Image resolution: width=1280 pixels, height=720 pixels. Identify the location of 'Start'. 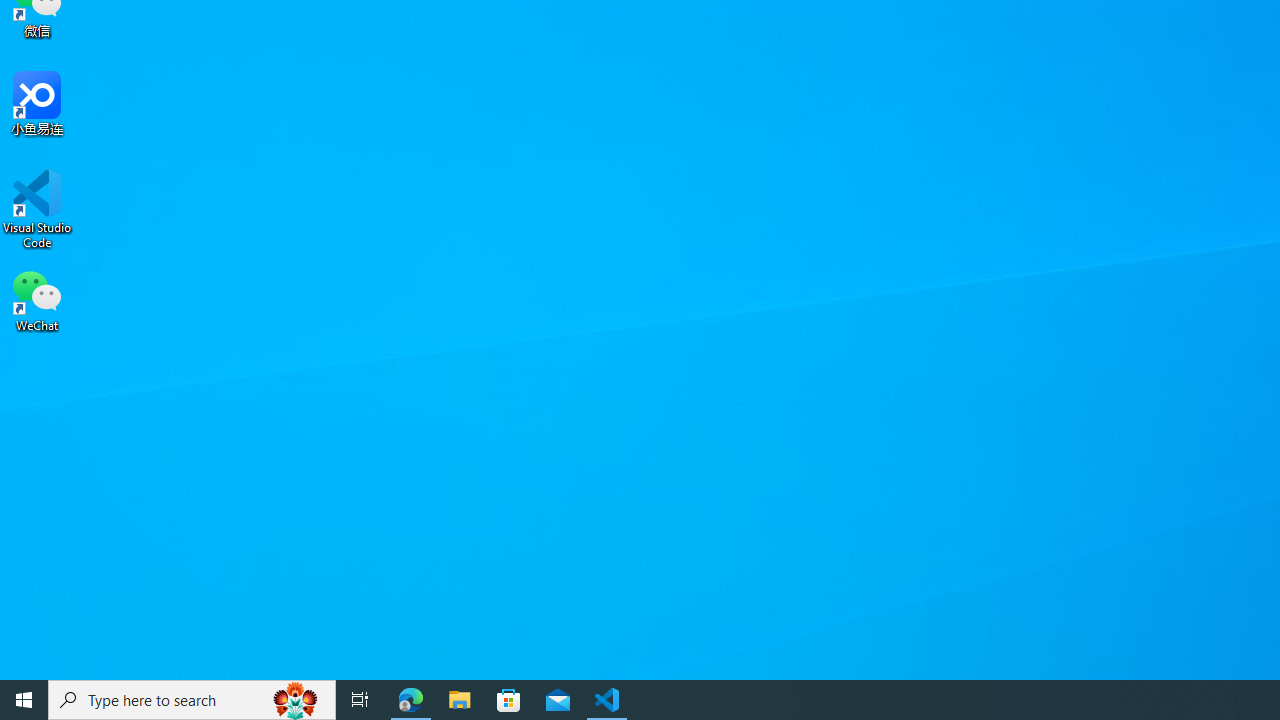
(24, 698).